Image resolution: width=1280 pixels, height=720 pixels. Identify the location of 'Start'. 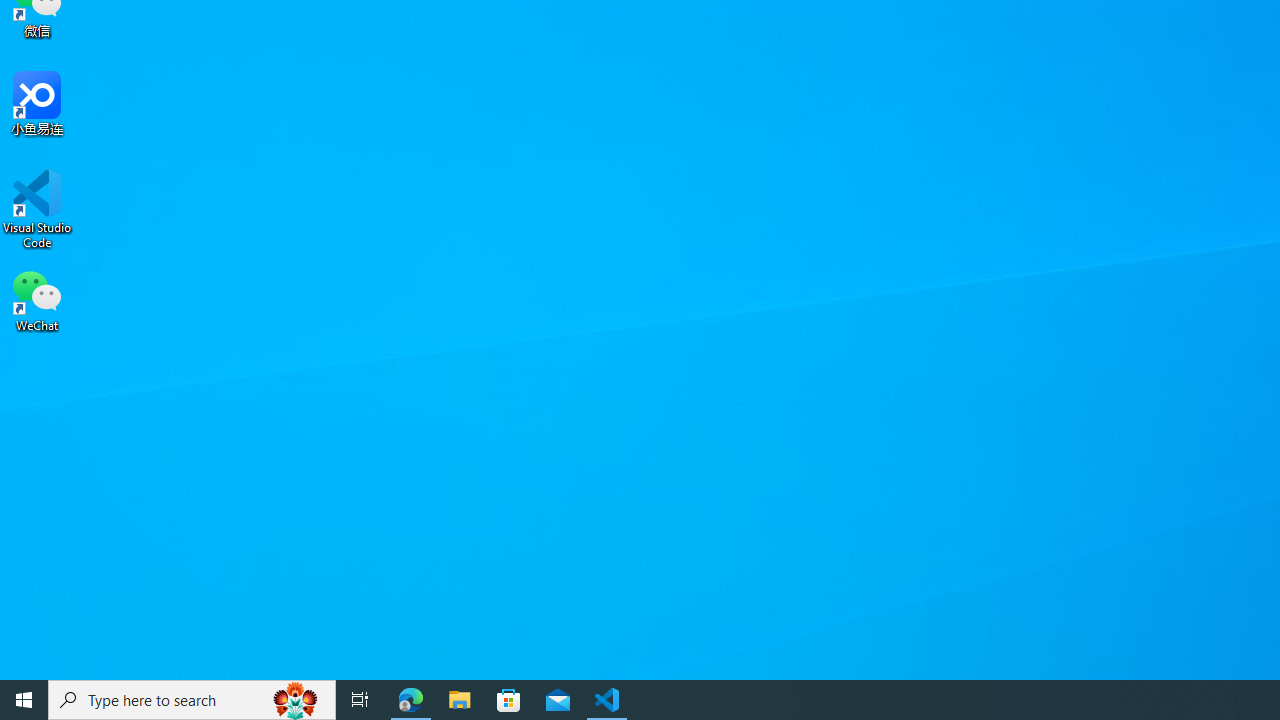
(24, 698).